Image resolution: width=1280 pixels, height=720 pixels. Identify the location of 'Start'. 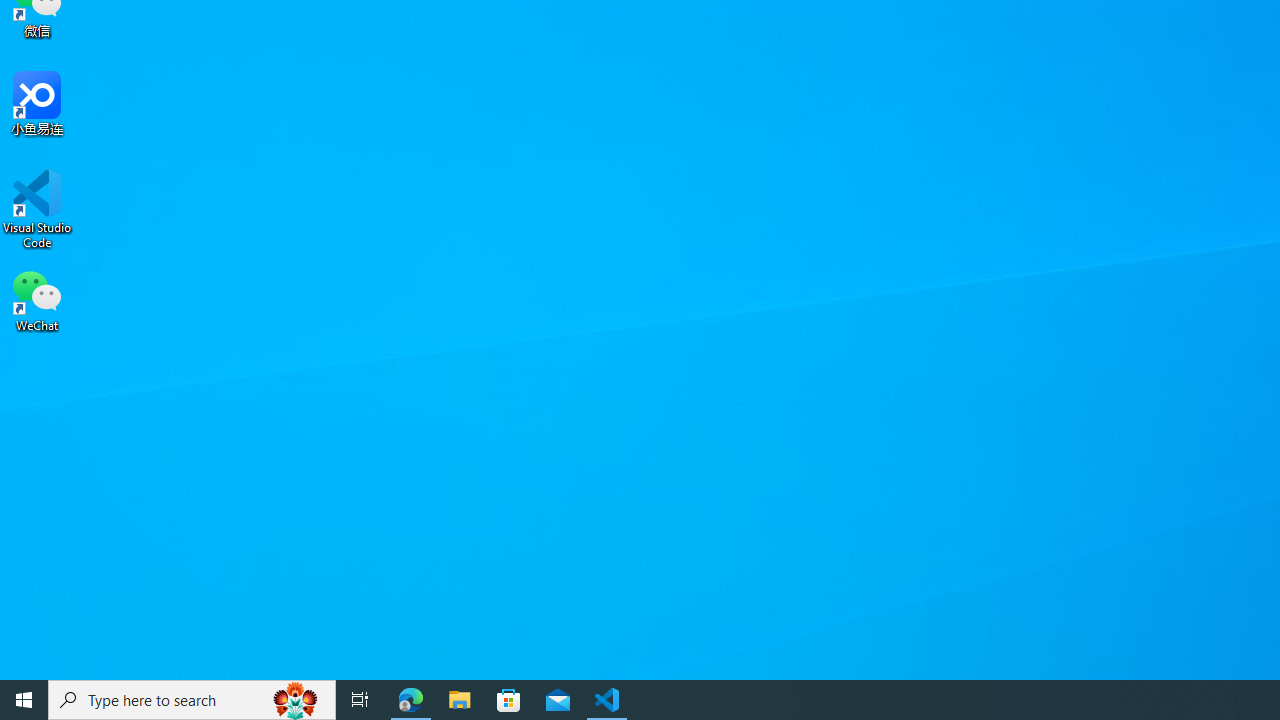
(24, 698).